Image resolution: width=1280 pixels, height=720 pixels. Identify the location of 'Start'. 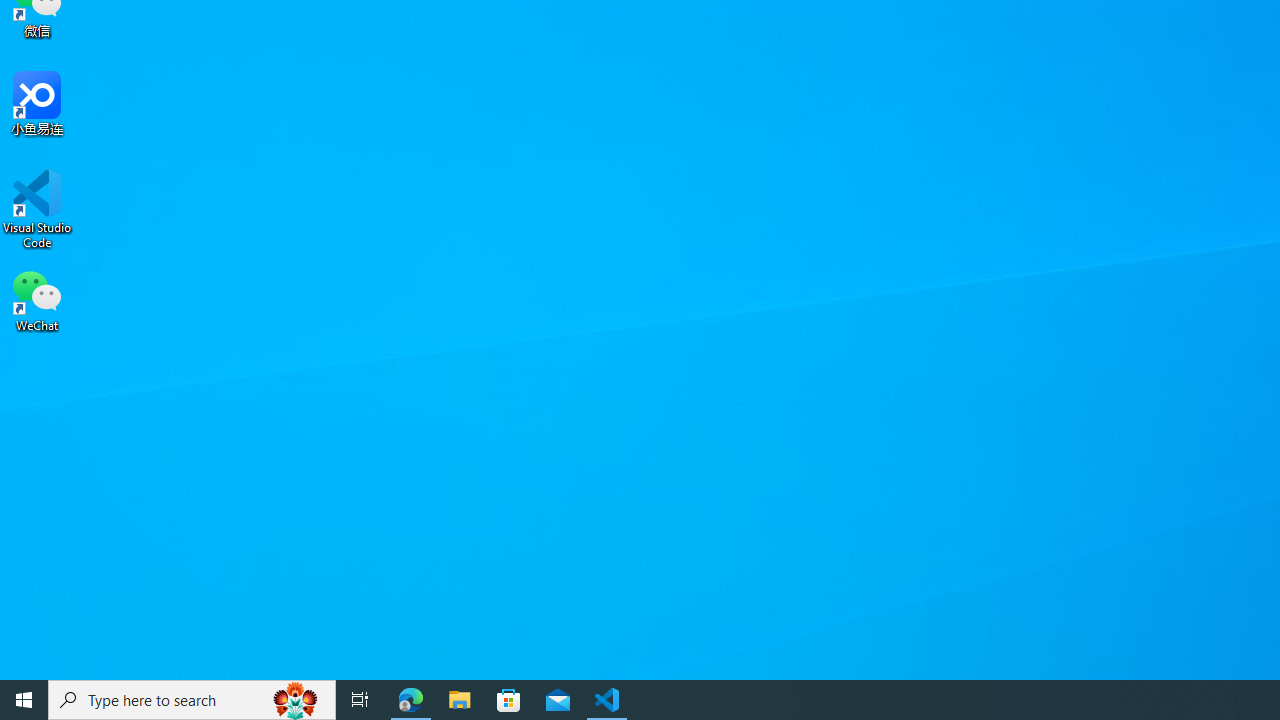
(24, 698).